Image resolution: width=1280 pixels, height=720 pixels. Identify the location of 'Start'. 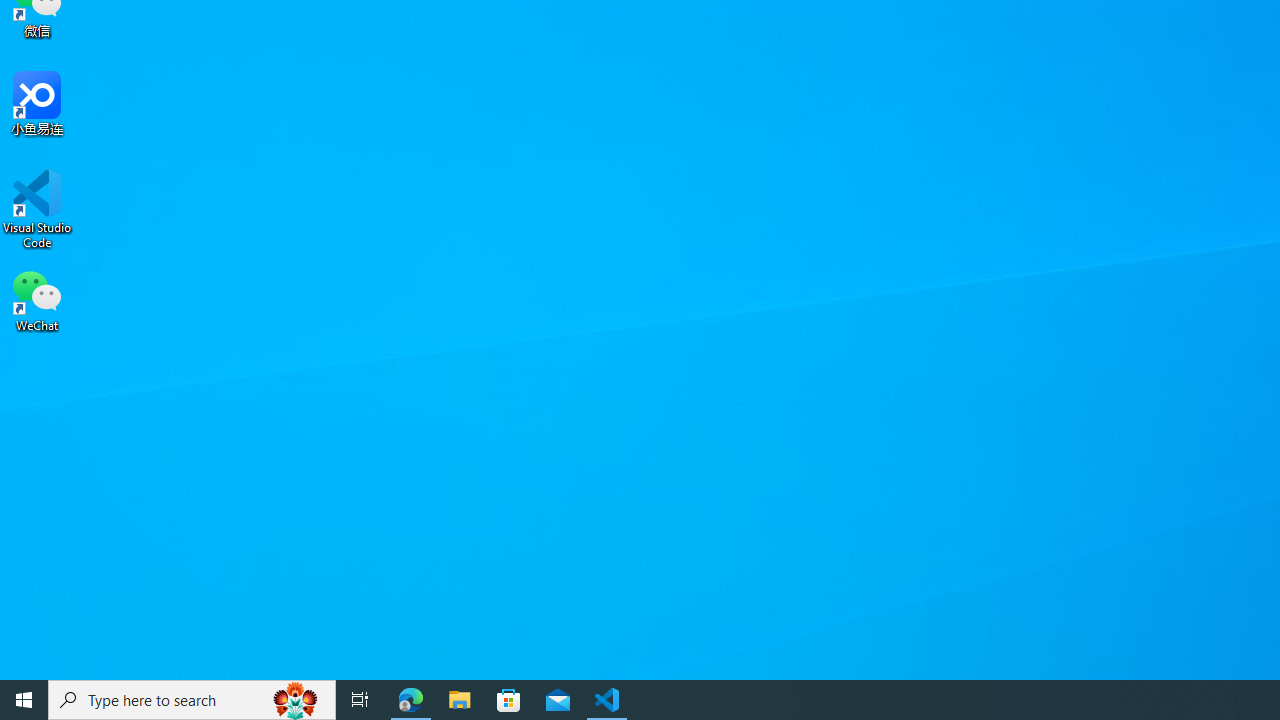
(24, 698).